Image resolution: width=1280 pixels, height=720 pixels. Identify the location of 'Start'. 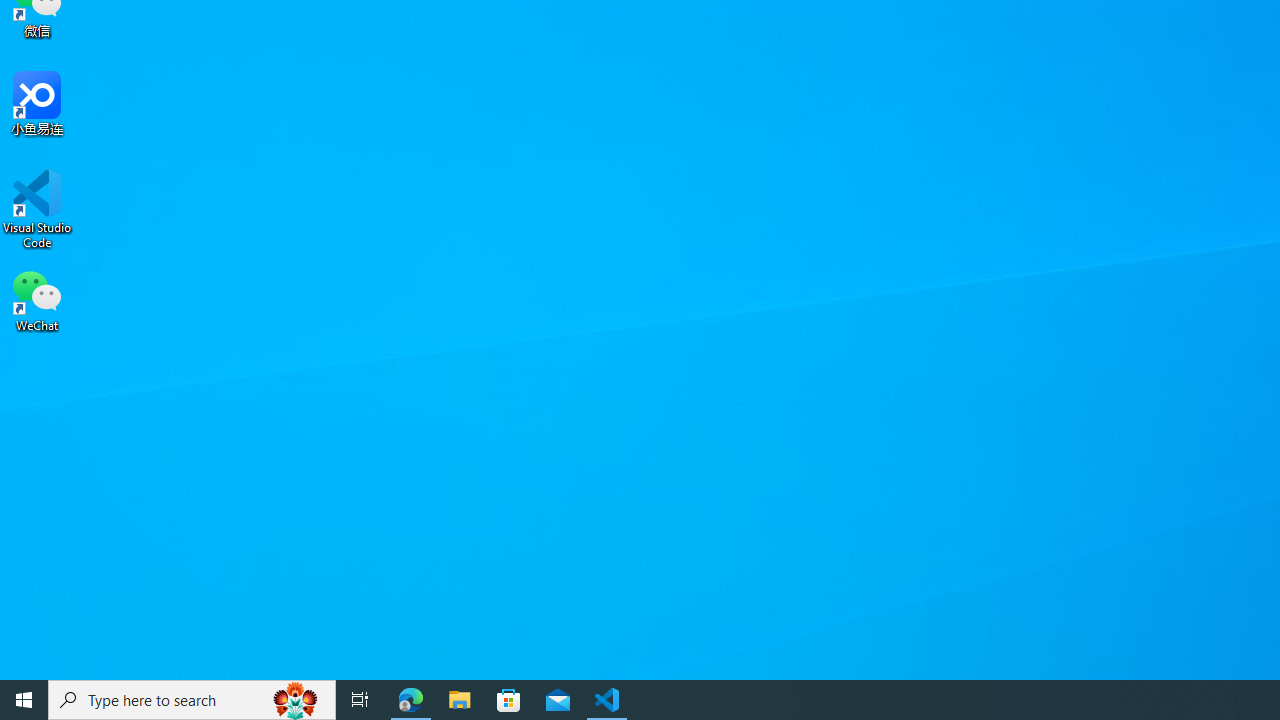
(24, 698).